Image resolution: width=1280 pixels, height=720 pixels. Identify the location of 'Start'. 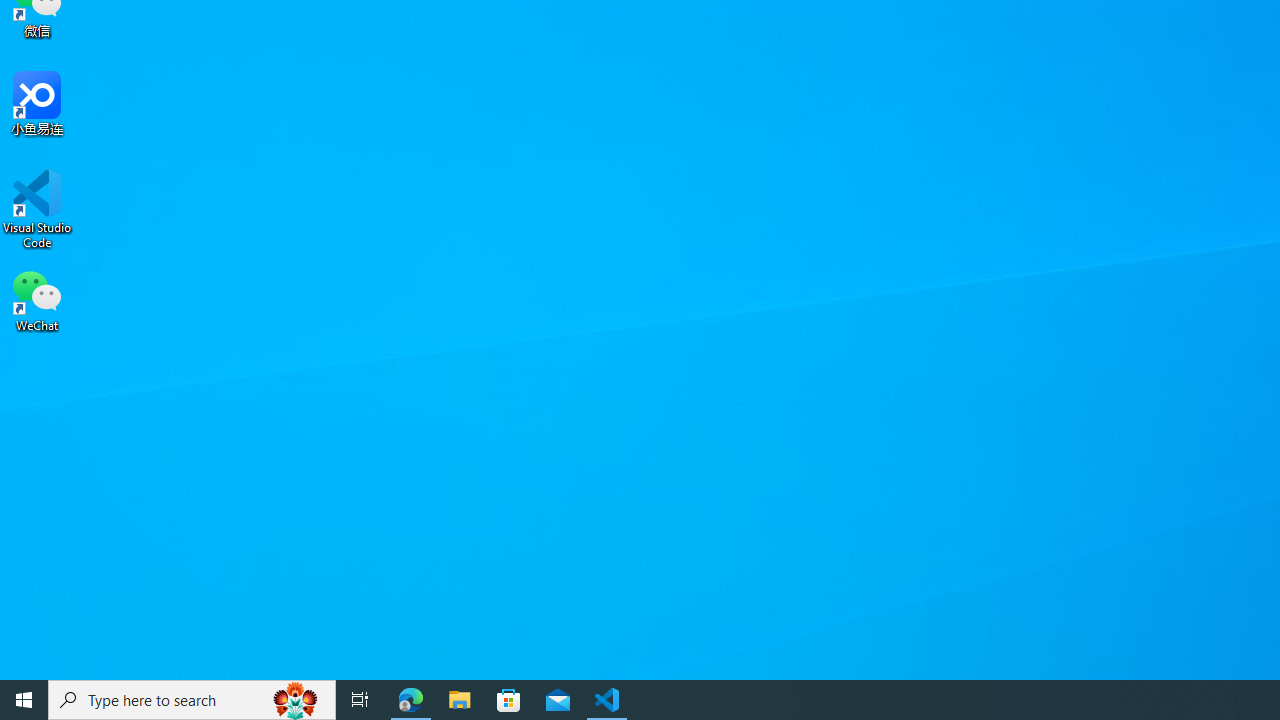
(24, 698).